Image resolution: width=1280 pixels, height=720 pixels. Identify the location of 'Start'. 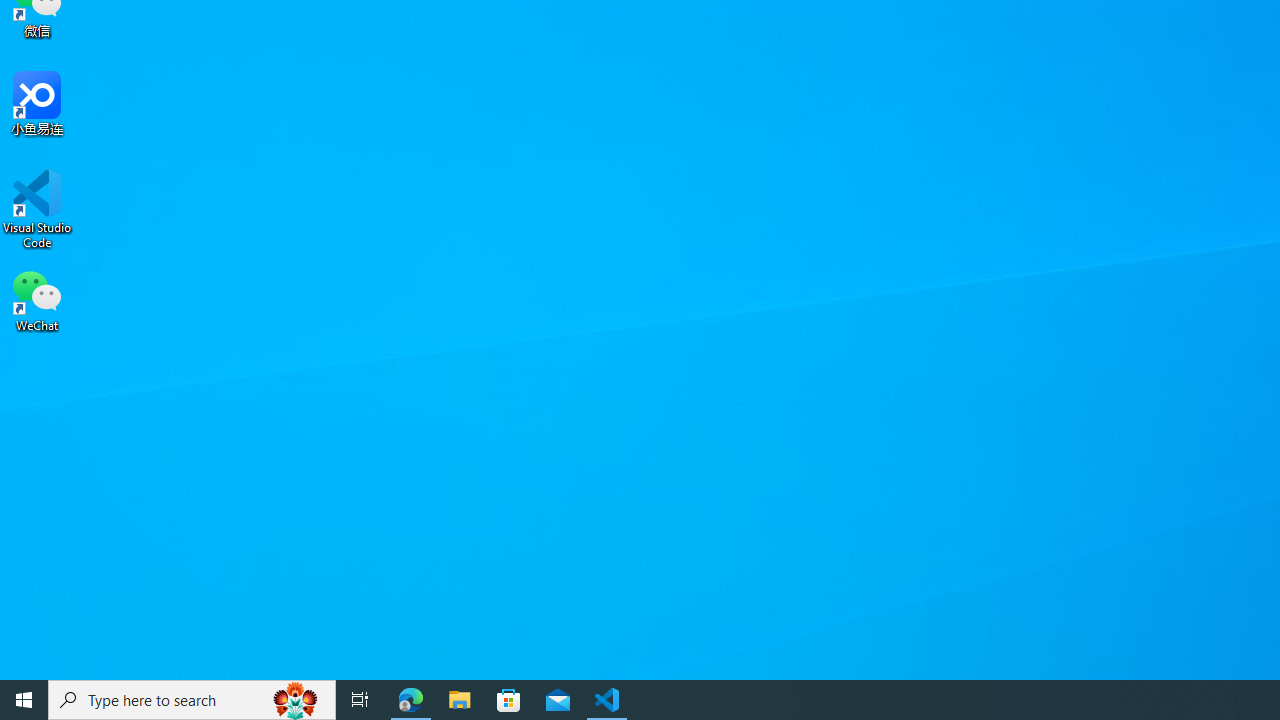
(24, 698).